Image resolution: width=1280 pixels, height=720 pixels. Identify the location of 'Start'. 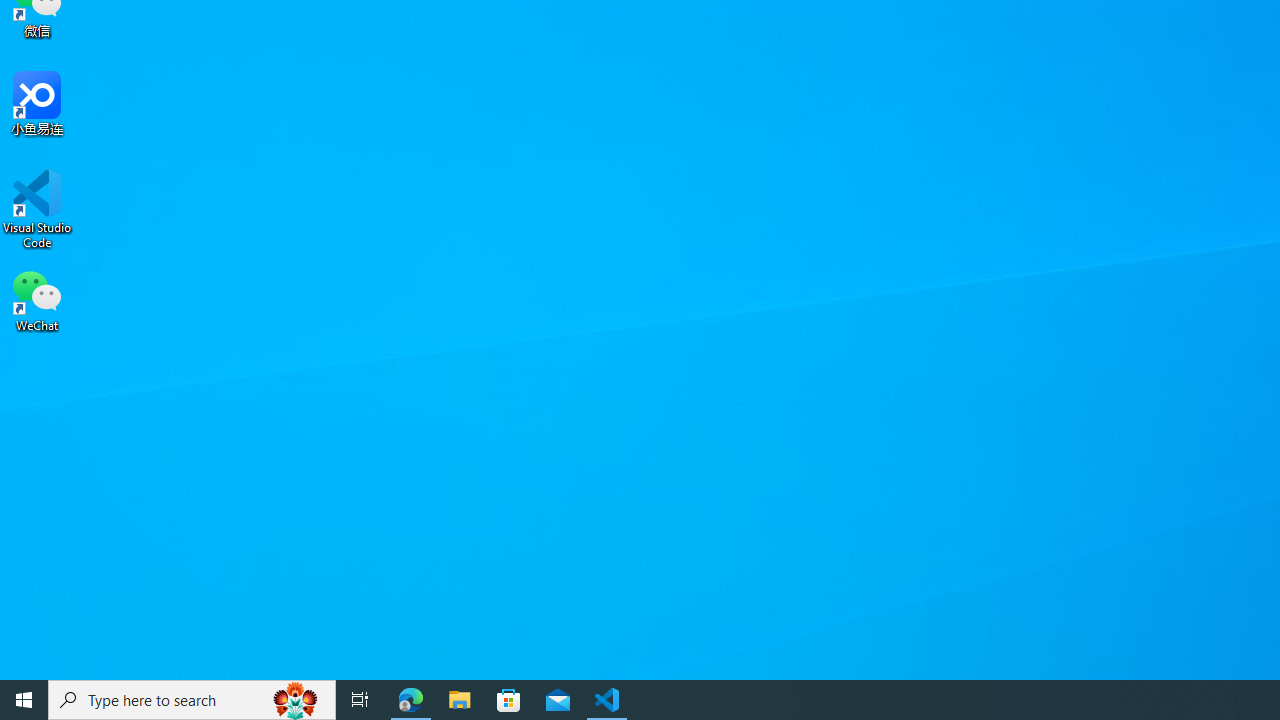
(24, 698).